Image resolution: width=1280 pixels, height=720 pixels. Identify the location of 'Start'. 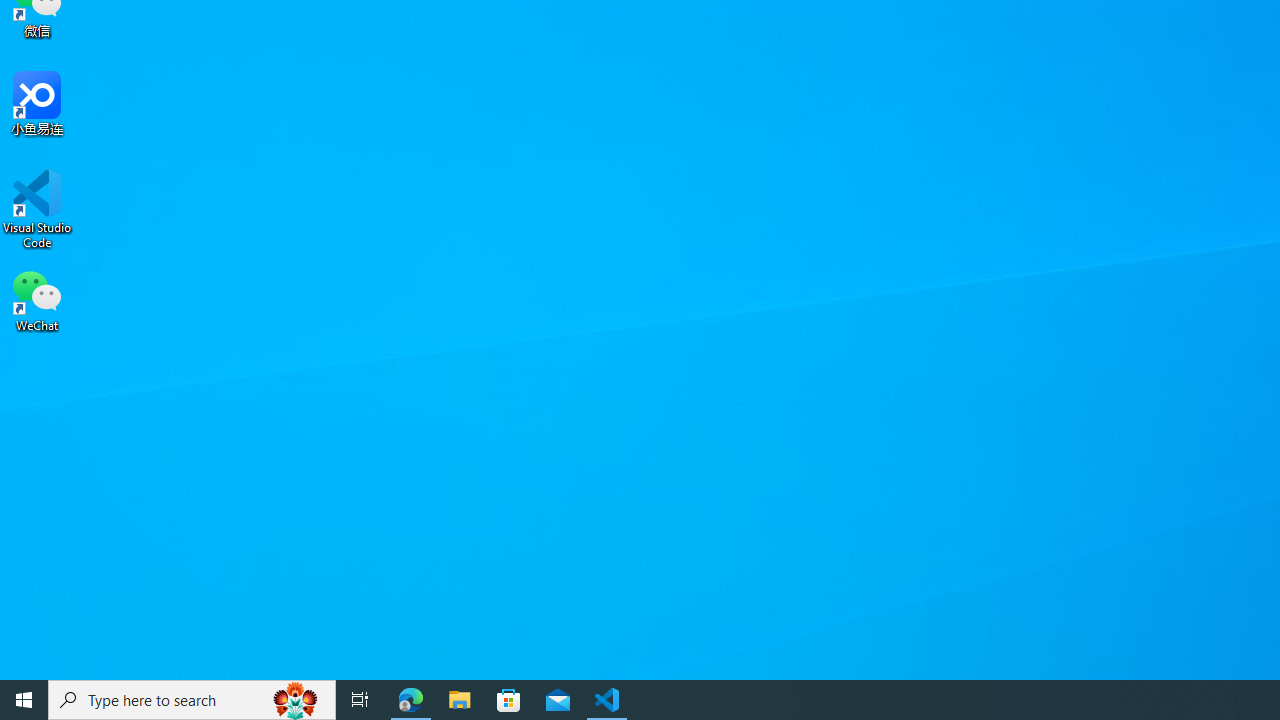
(24, 698).